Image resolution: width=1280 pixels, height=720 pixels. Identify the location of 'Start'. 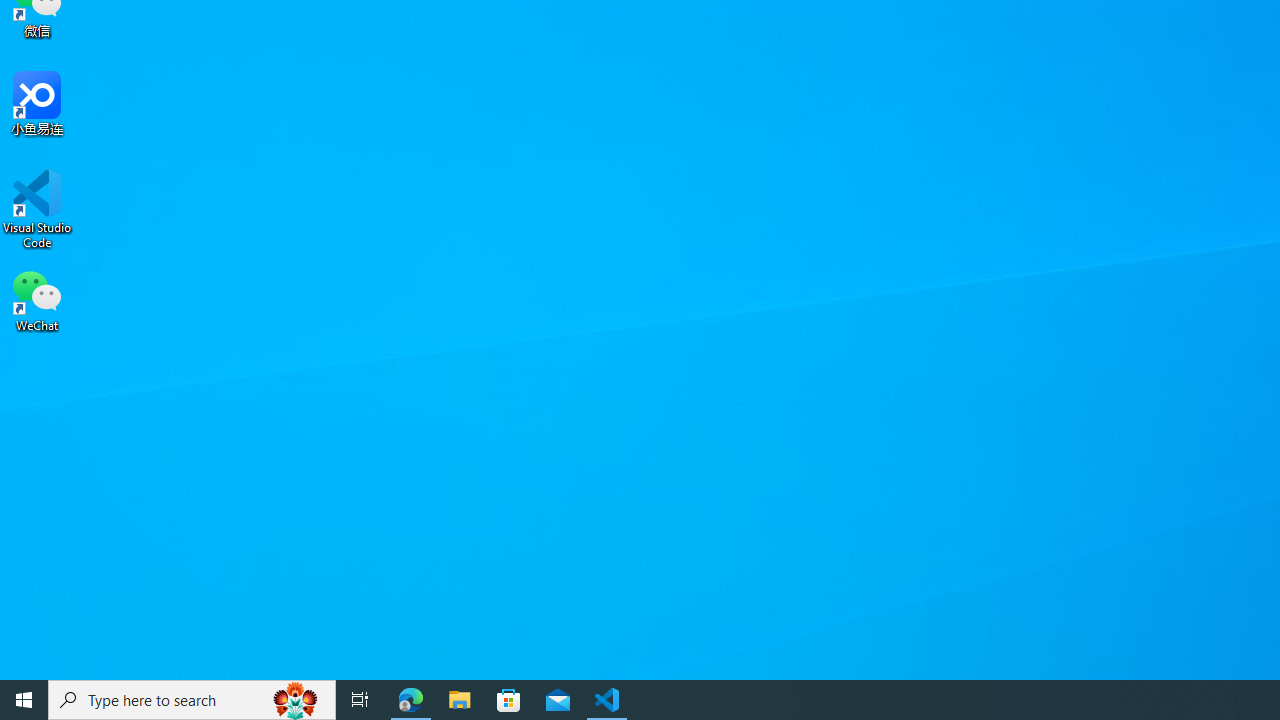
(24, 698).